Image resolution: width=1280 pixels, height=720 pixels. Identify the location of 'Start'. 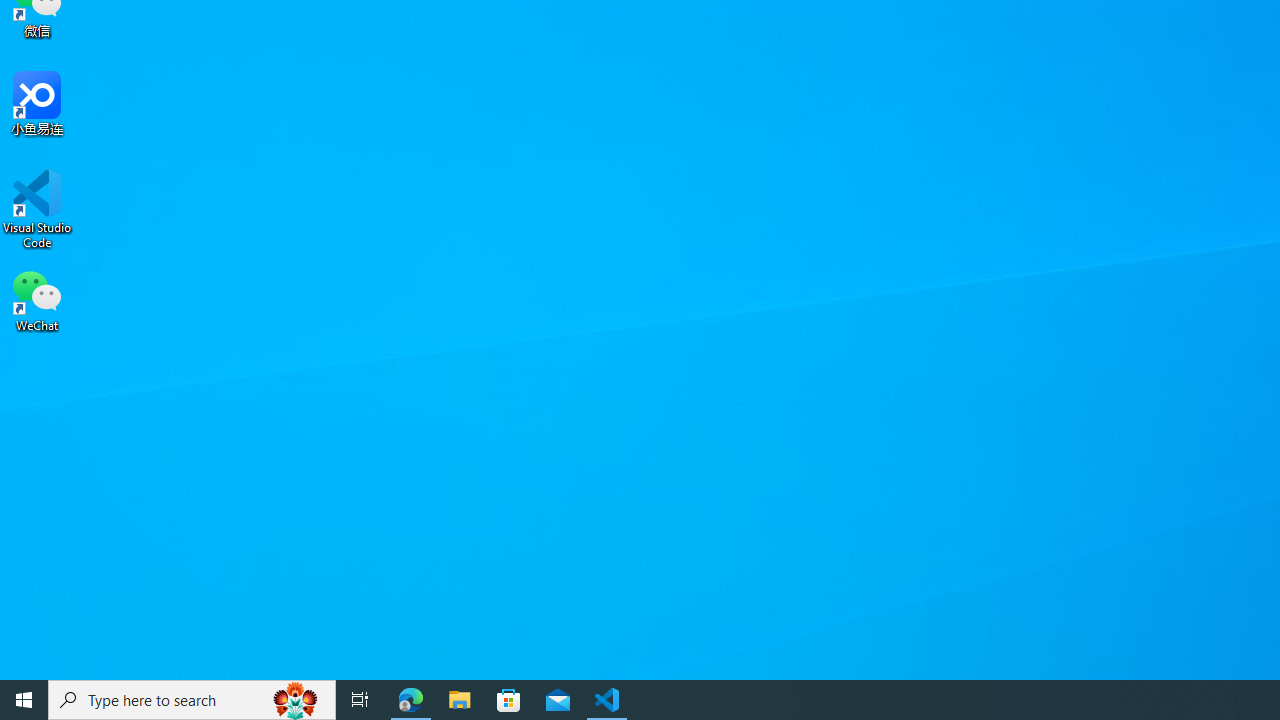
(24, 698).